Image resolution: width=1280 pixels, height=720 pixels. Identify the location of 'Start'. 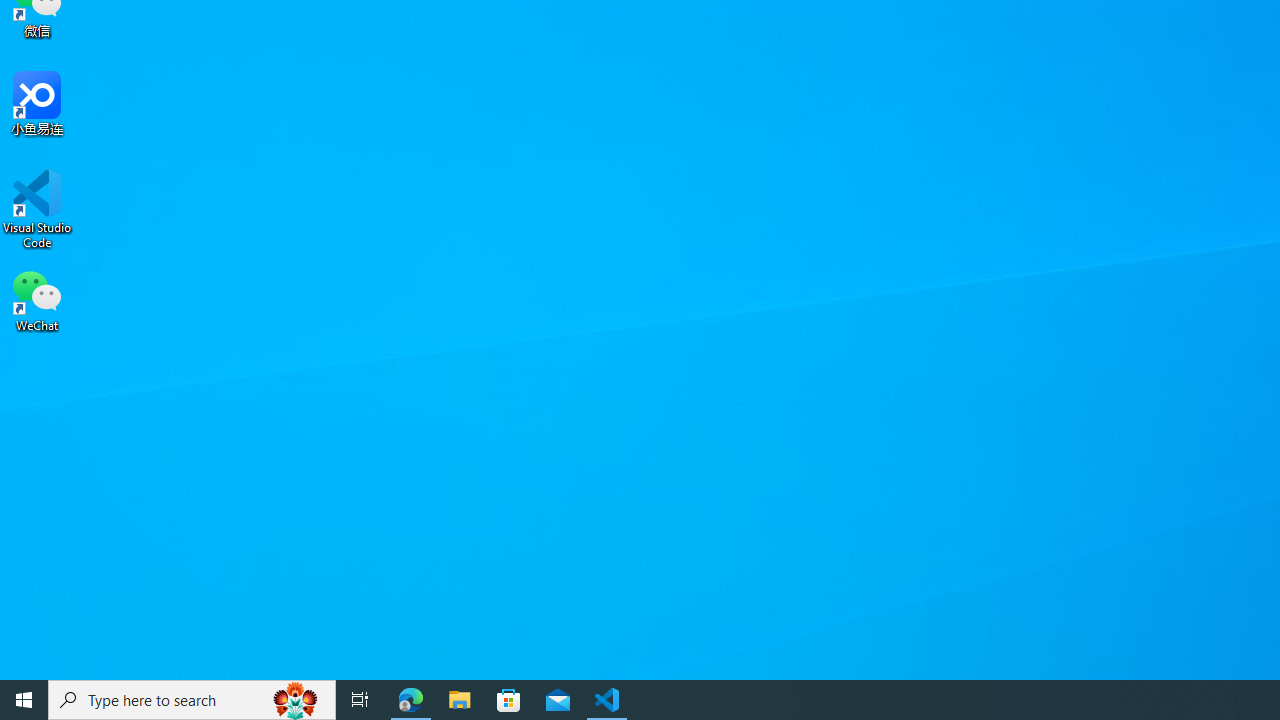
(24, 698).